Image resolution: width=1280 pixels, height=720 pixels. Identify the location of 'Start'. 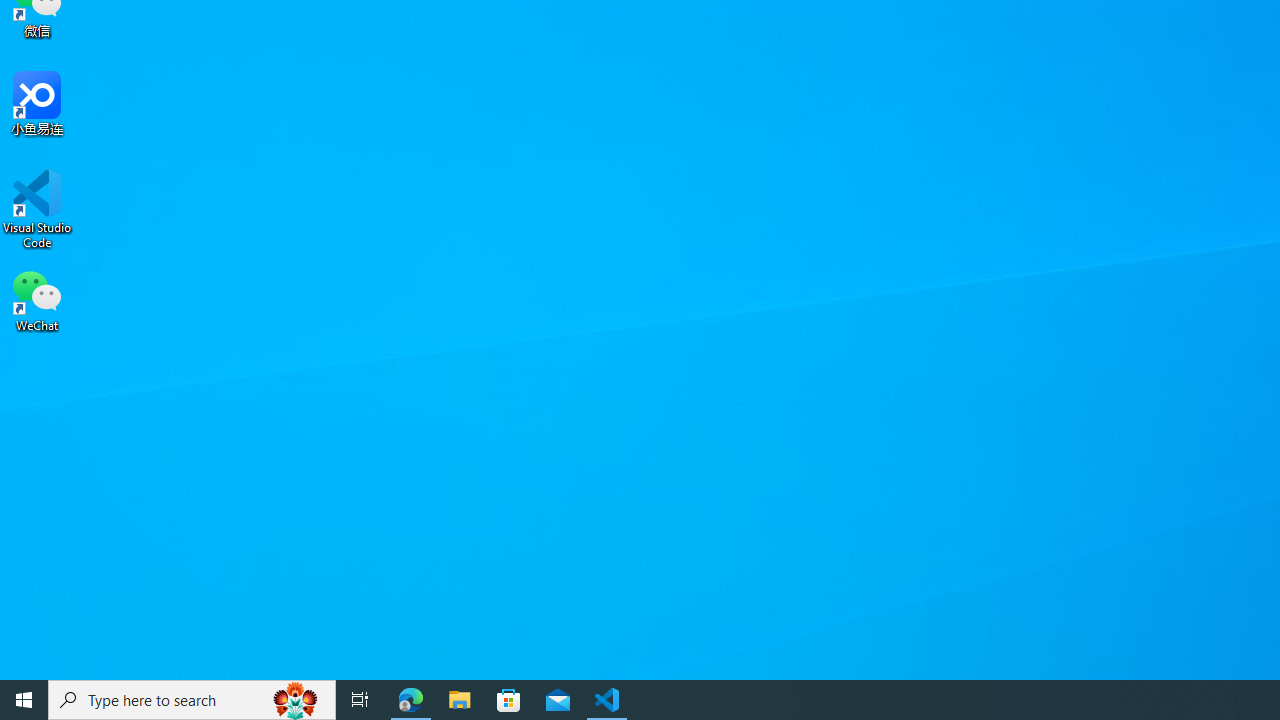
(24, 698).